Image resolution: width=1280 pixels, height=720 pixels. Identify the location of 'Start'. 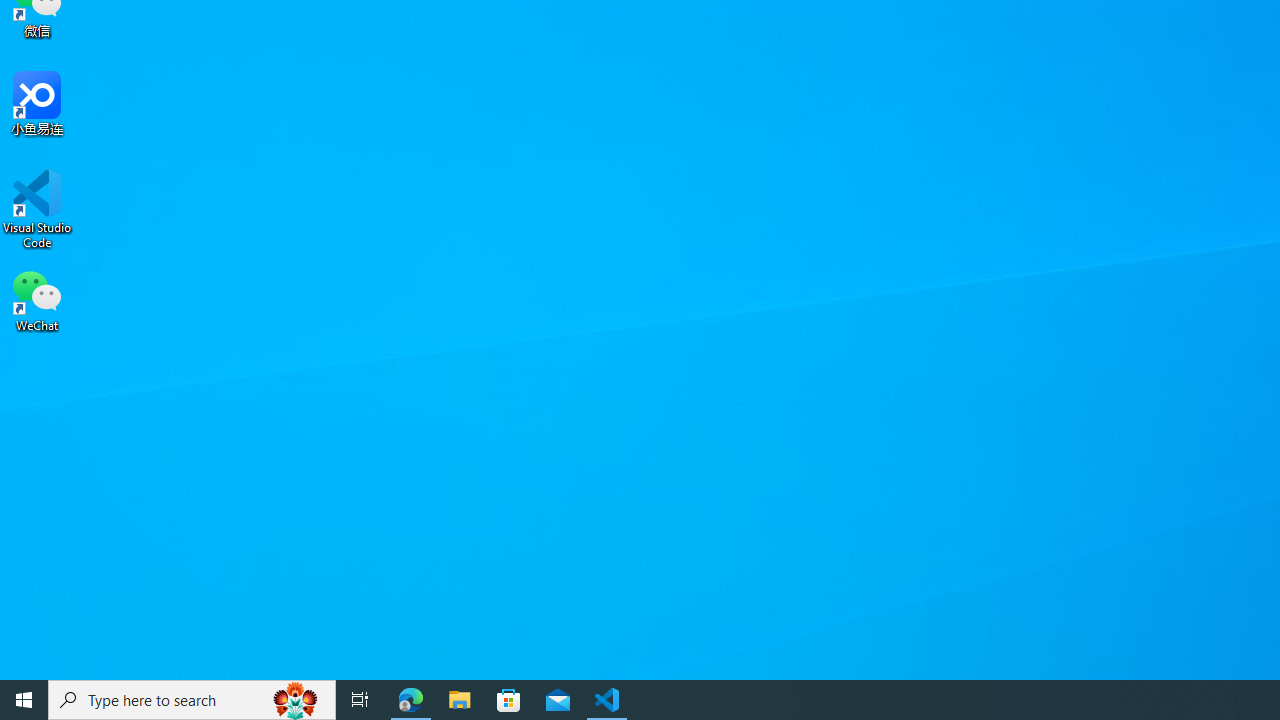
(24, 698).